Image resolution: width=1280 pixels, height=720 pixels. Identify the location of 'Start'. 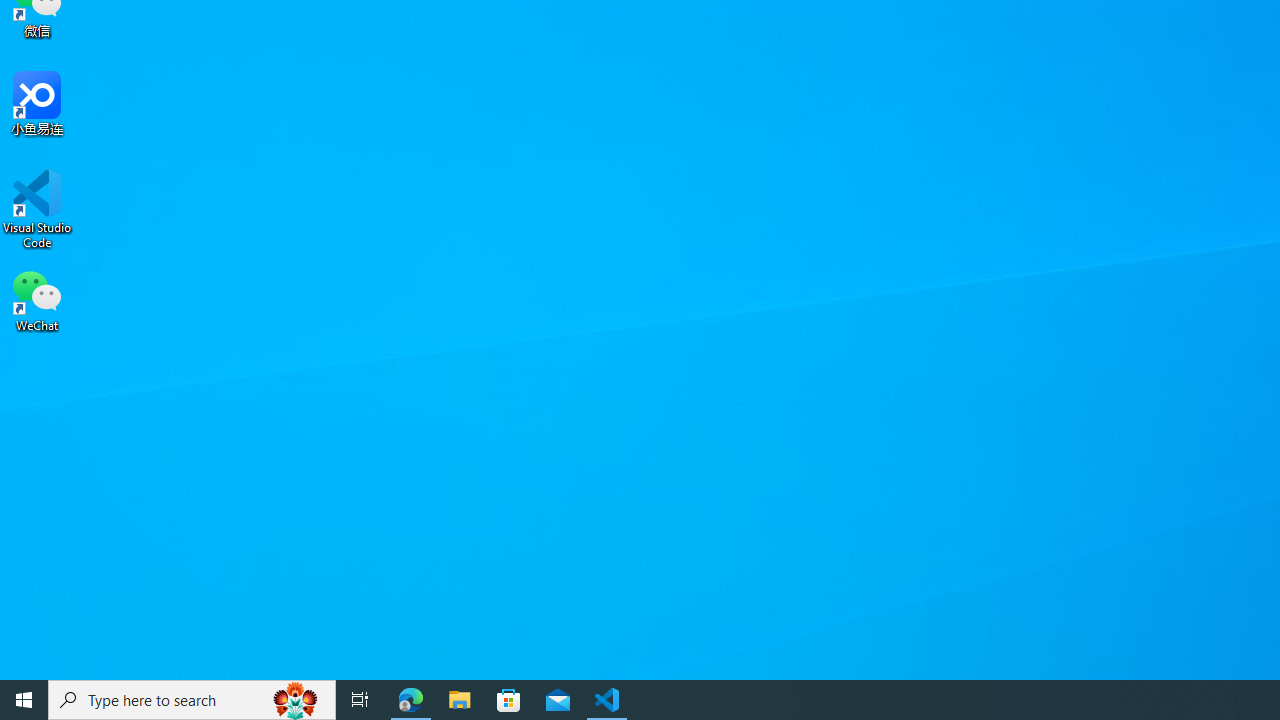
(24, 698).